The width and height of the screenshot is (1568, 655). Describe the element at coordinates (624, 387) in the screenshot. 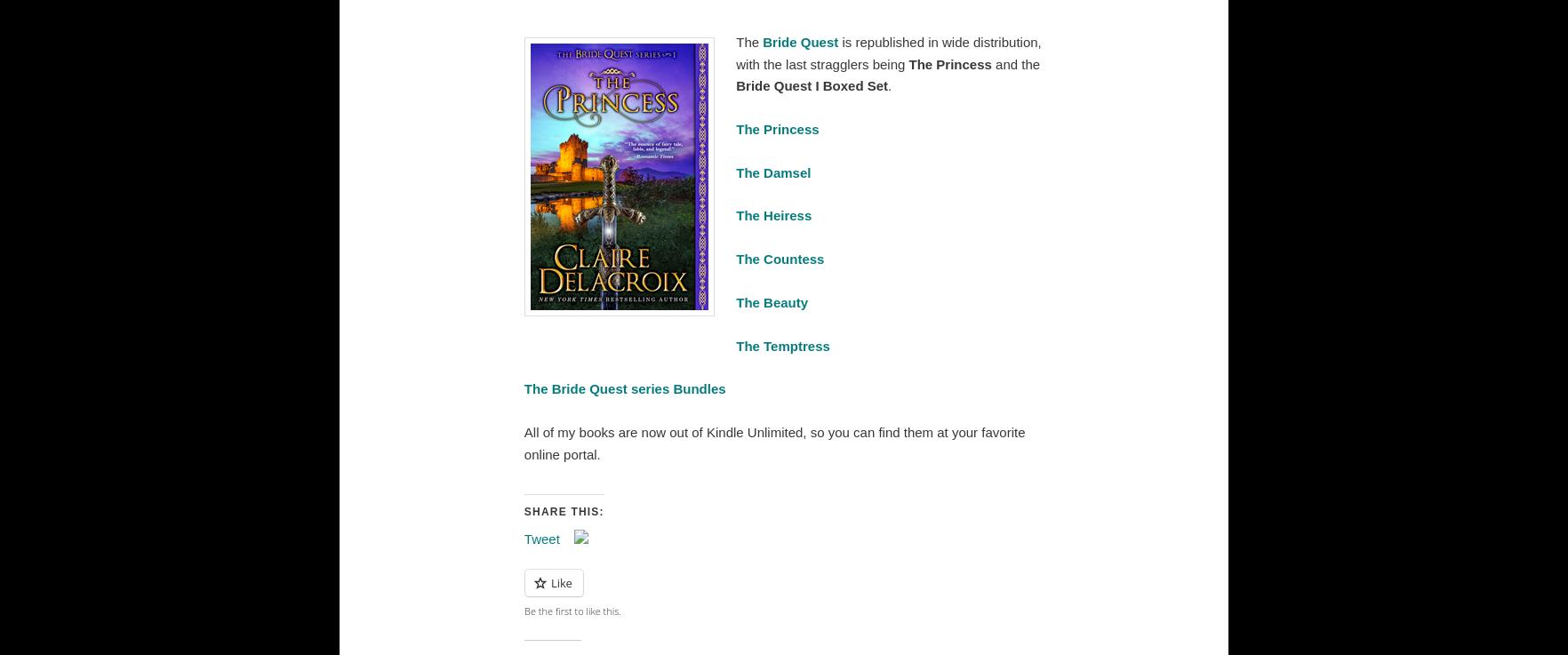

I see `'The Bride Quest series Bundles'` at that location.